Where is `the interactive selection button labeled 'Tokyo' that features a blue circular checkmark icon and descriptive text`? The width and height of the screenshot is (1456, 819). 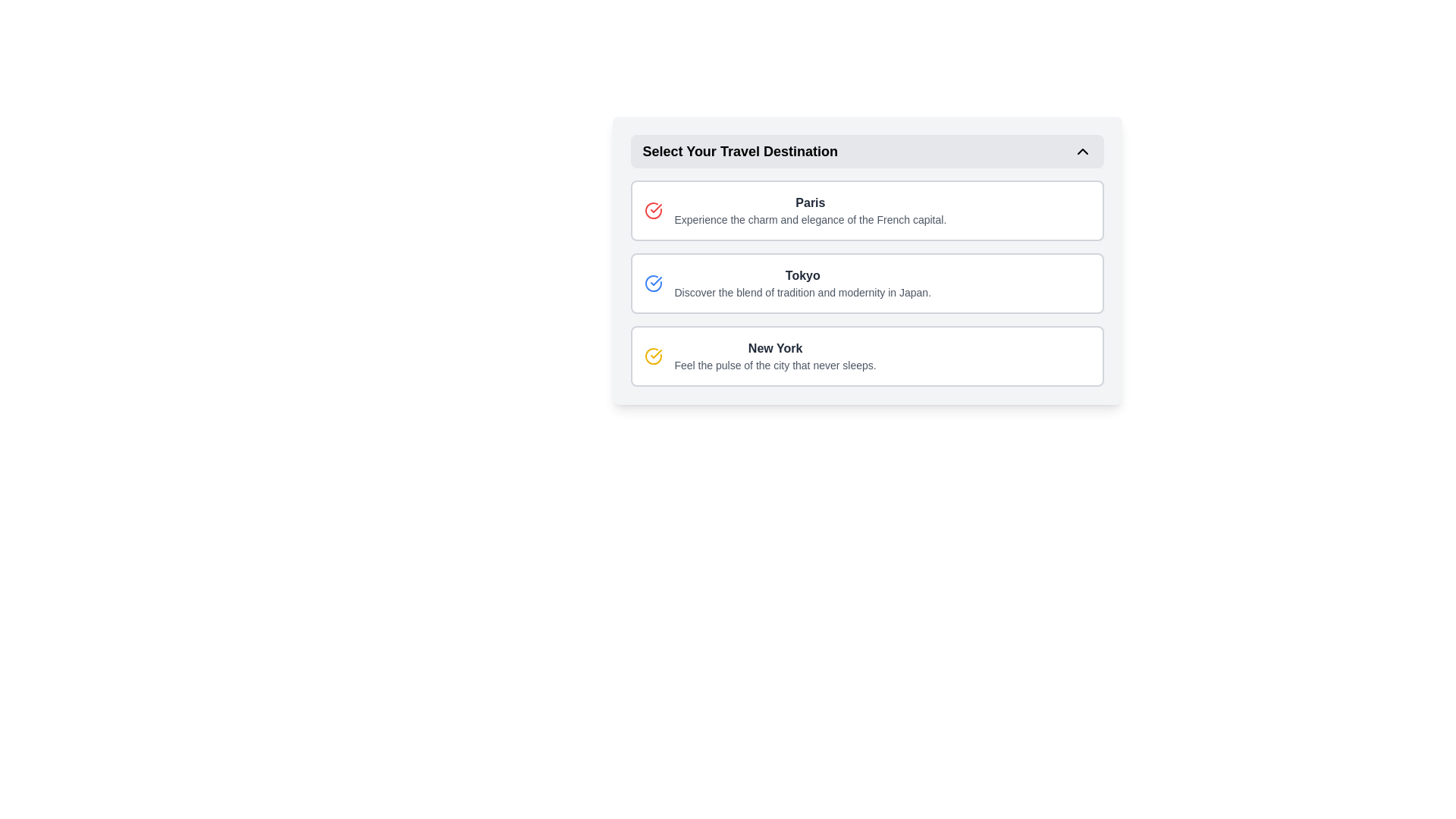
the interactive selection button labeled 'Tokyo' that features a blue circular checkmark icon and descriptive text is located at coordinates (867, 259).